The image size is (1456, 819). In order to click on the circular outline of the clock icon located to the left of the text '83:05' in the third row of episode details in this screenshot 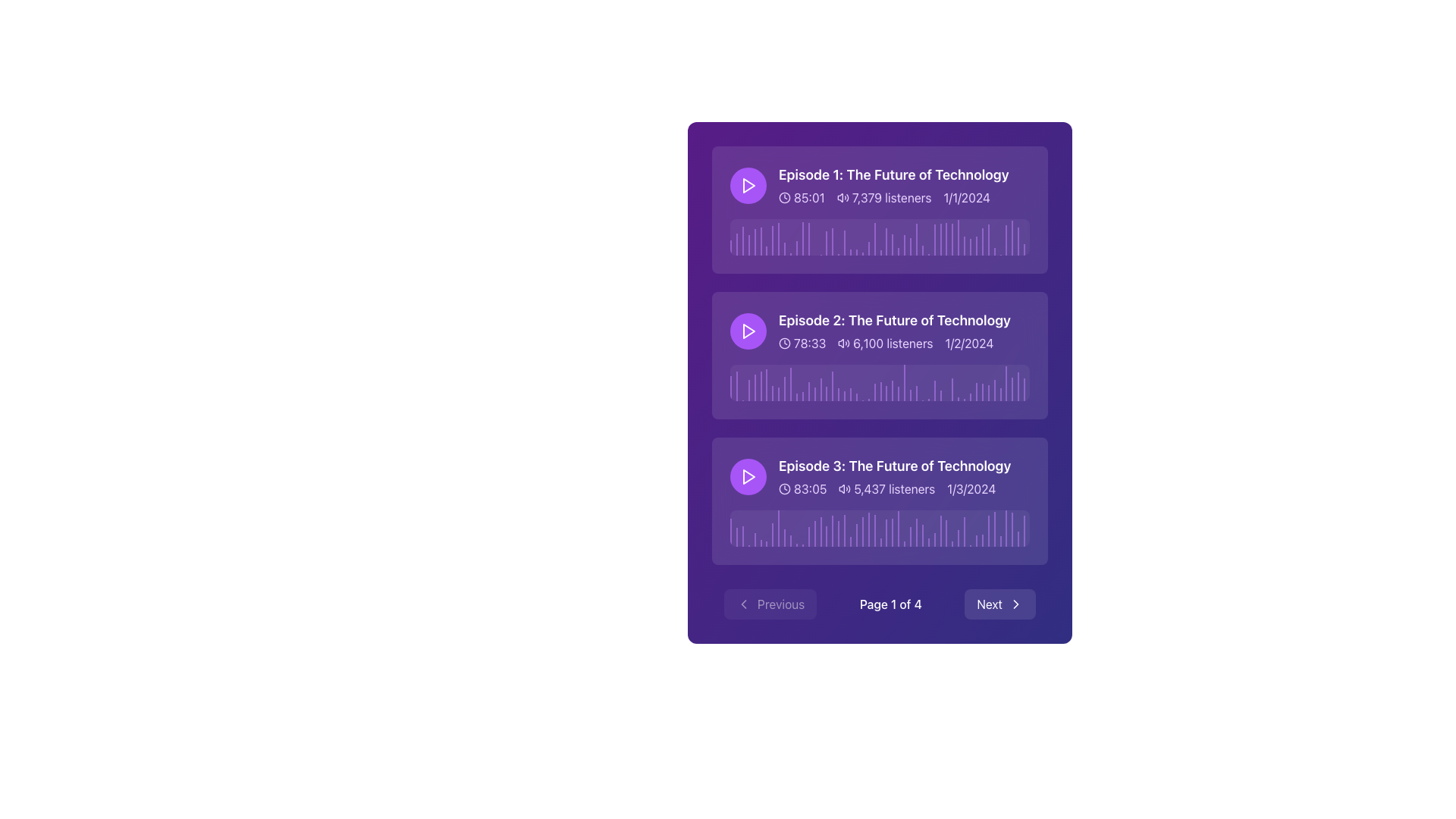, I will do `click(785, 488)`.